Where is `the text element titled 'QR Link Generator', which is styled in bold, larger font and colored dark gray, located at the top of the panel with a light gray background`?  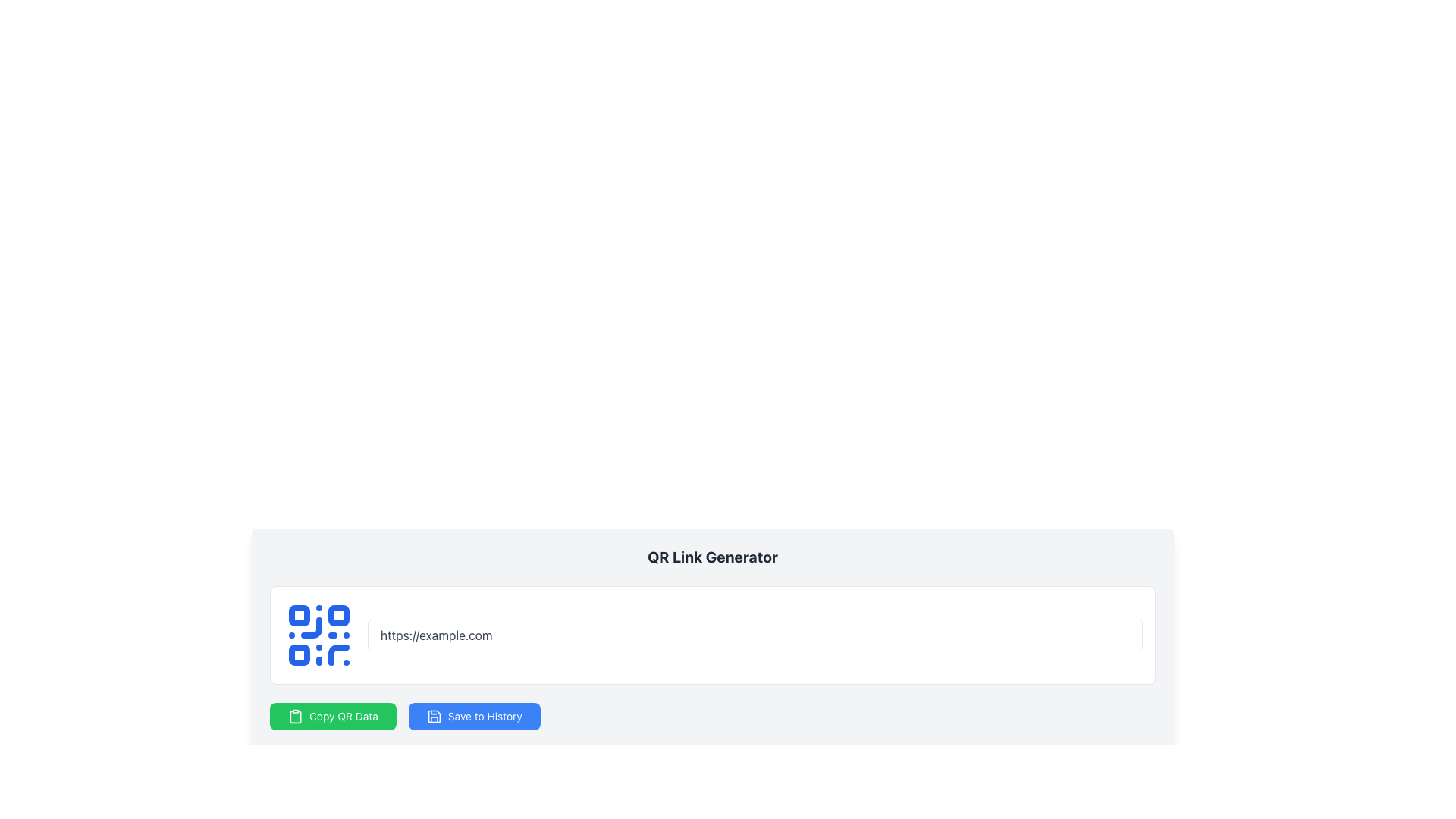
the text element titled 'QR Link Generator', which is styled in bold, larger font and colored dark gray, located at the top of the panel with a light gray background is located at coordinates (712, 557).